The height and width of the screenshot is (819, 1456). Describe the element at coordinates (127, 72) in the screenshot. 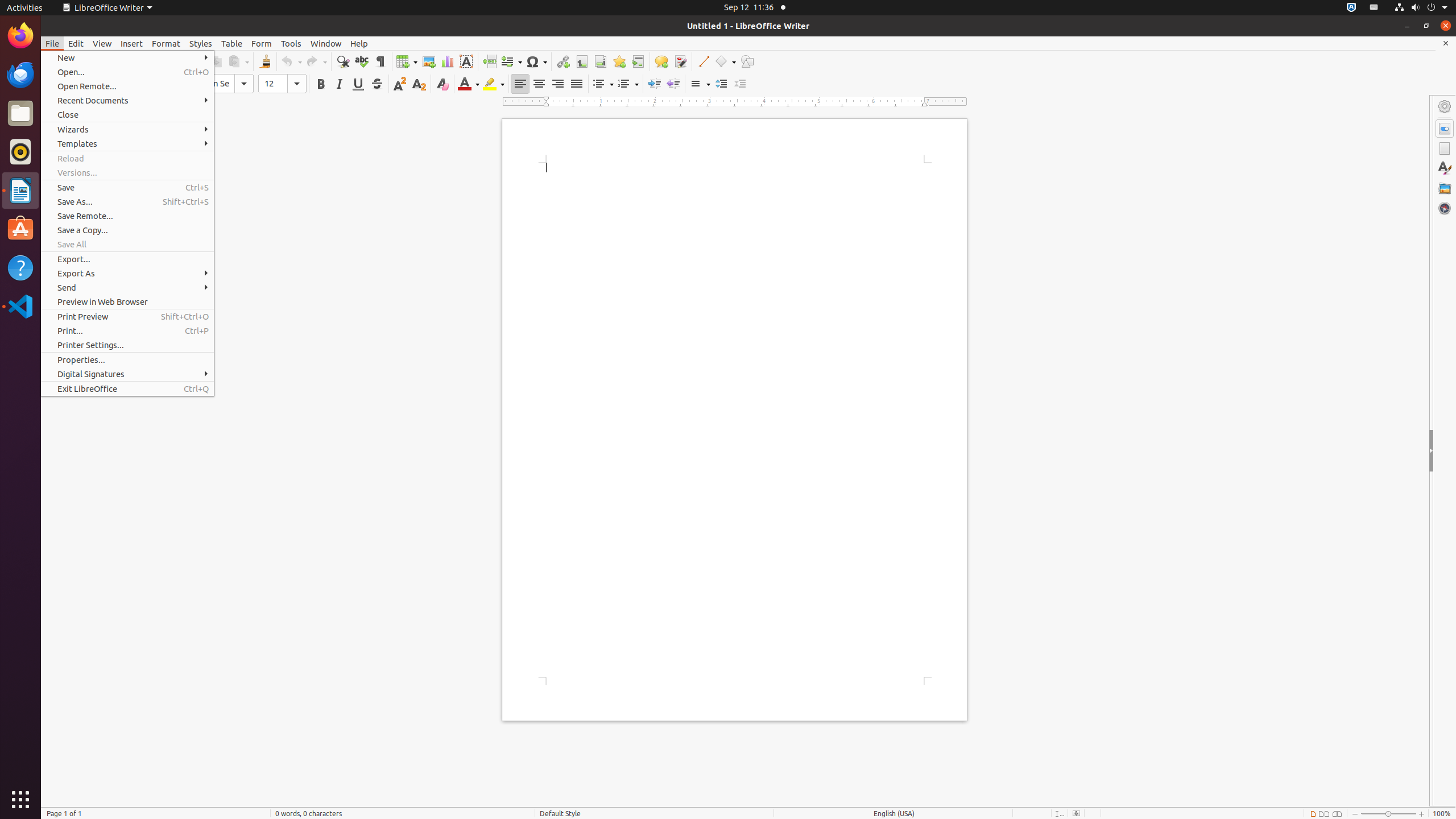

I see `'Open...'` at that location.